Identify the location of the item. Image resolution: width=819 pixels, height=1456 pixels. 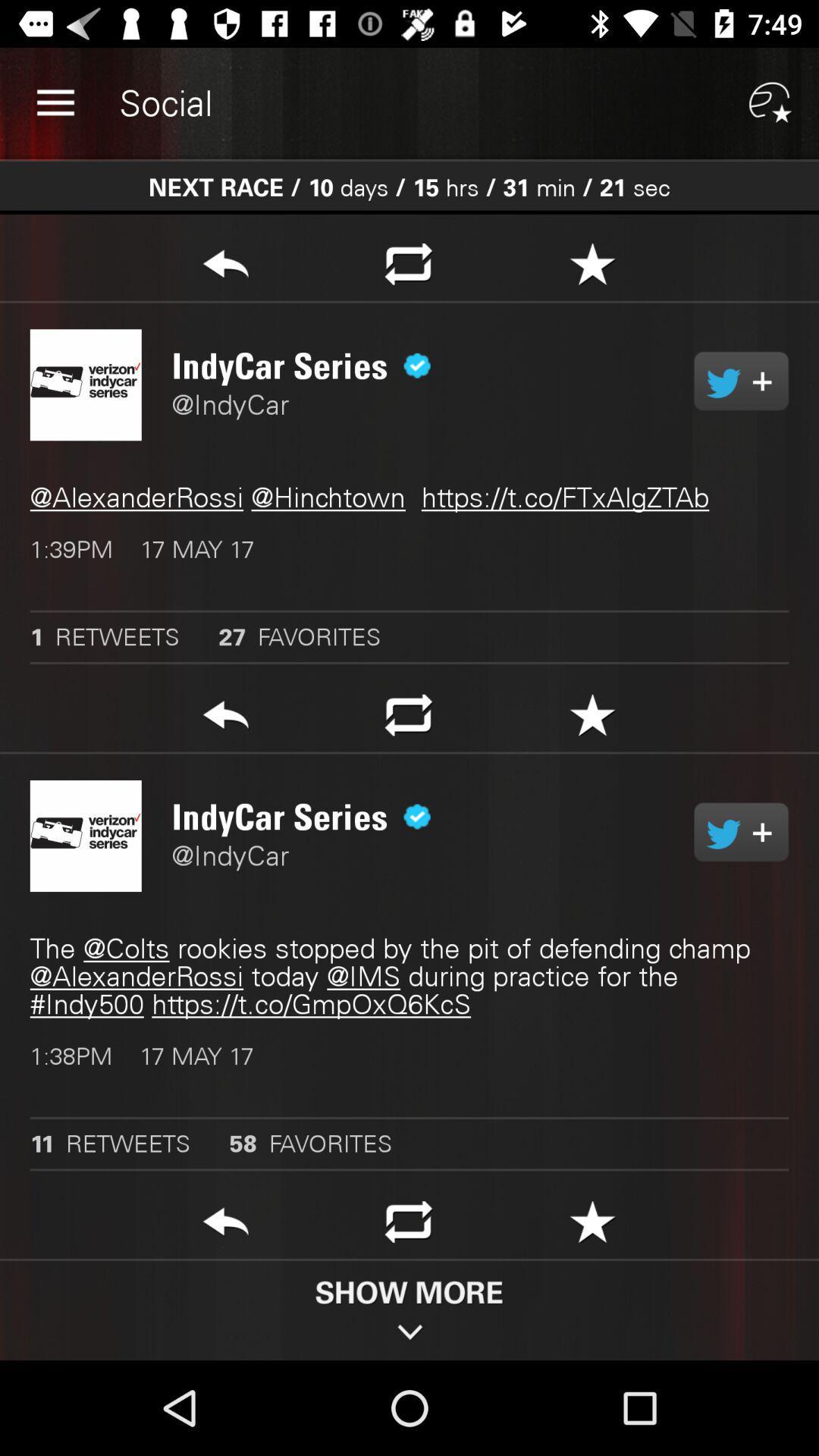
(591, 268).